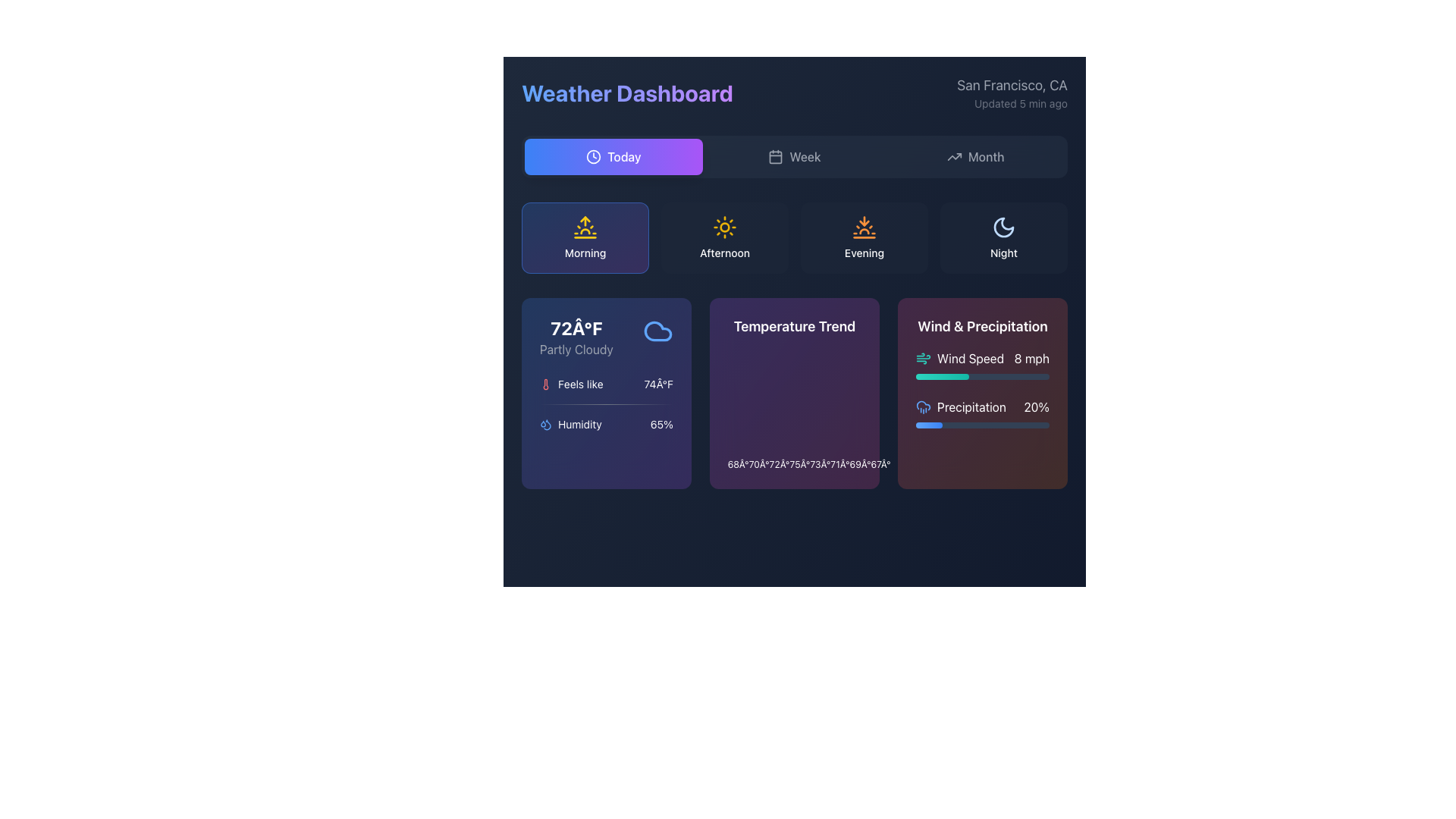  Describe the element at coordinates (780, 461) in the screenshot. I see `the temperature value displayed in the third temperature indicator element, which shows '72°' with a gradient bar above it` at that location.